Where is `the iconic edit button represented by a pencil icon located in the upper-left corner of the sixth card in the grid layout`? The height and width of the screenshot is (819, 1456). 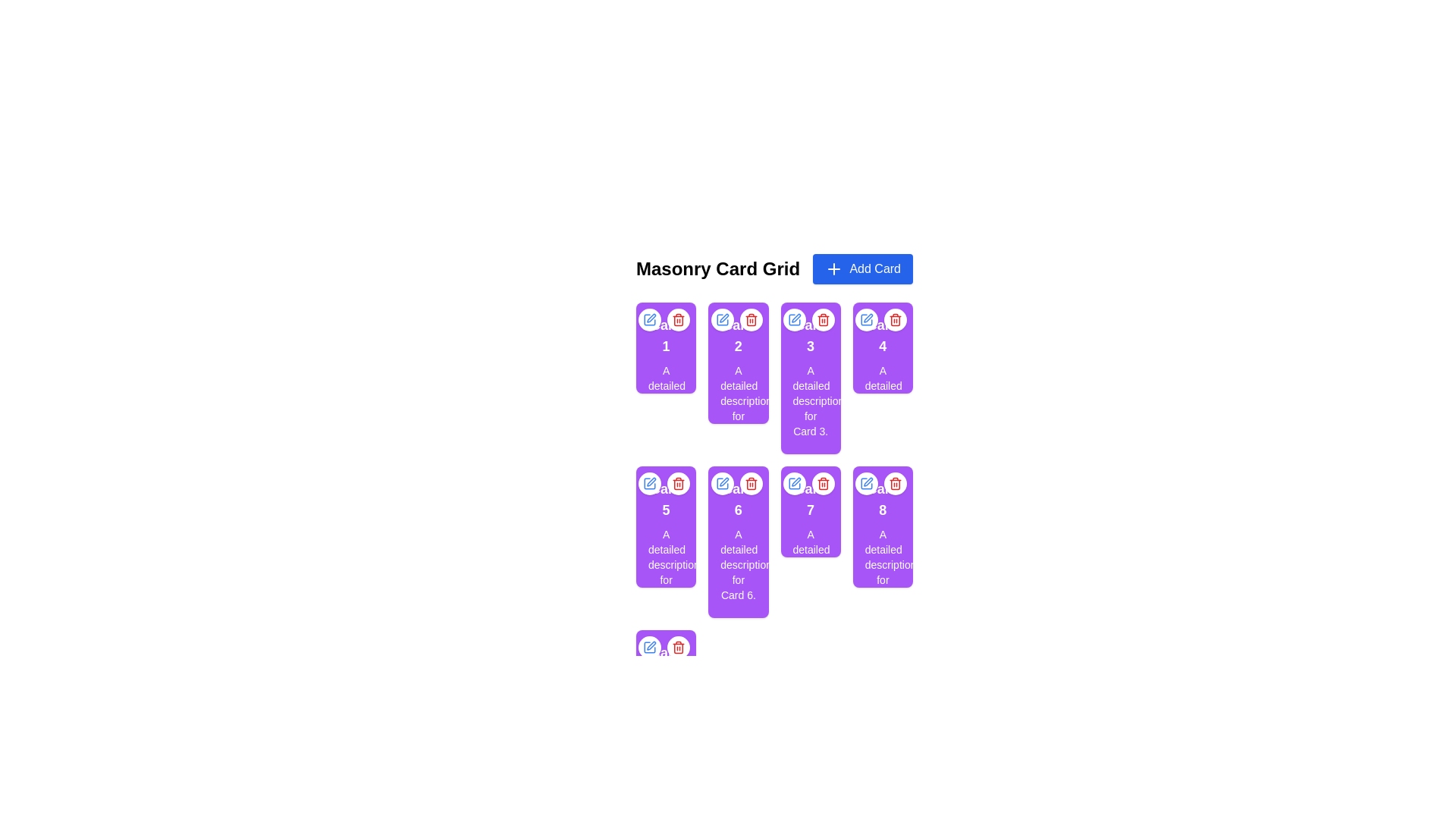
the iconic edit button represented by a pencil icon located in the upper-left corner of the sixth card in the grid layout is located at coordinates (723, 482).